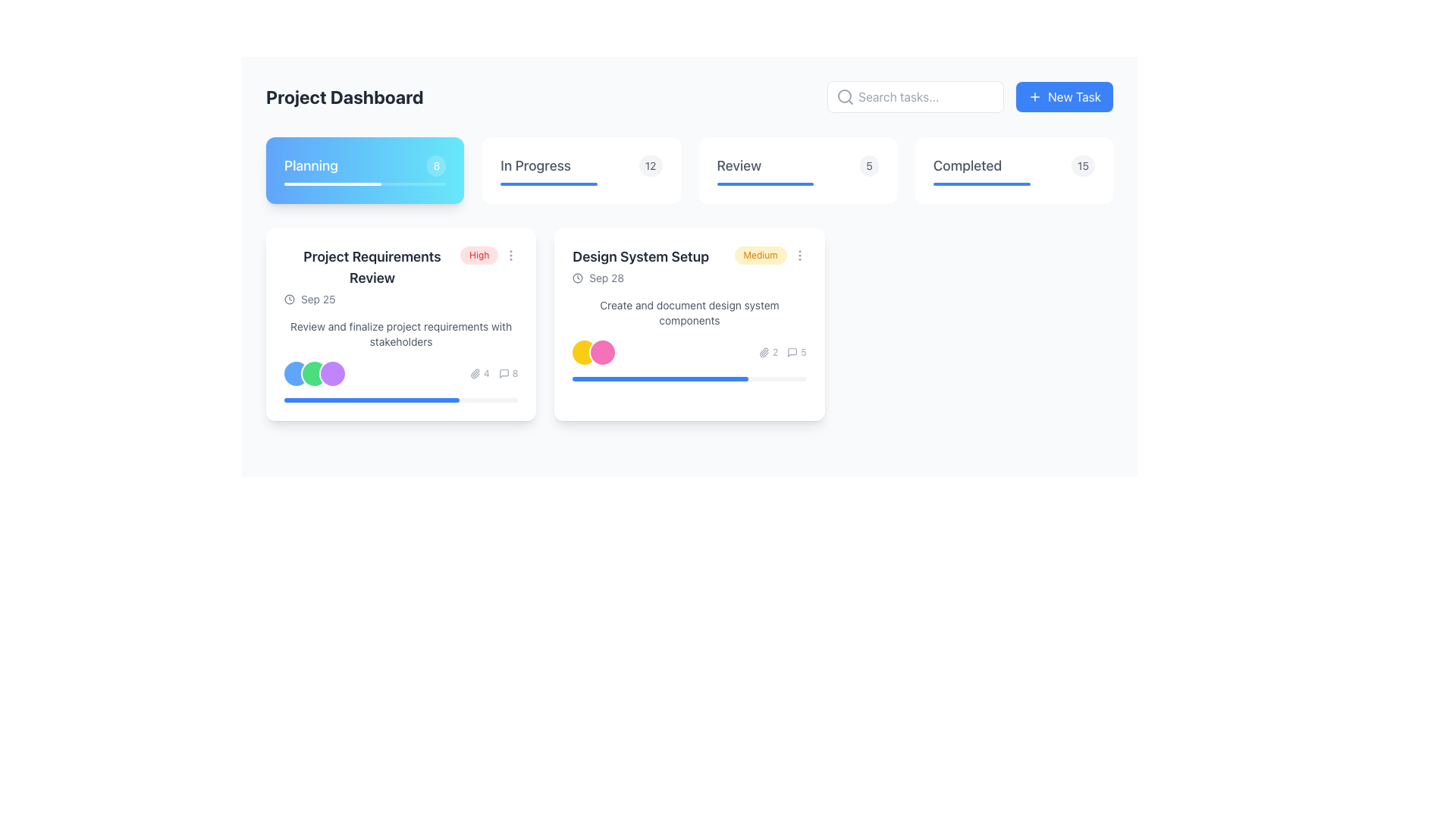 This screenshot has height=819, width=1456. I want to click on the Text Label that serves as the title for the card in the 'Planning' section, located at the top of the card, so click(372, 267).